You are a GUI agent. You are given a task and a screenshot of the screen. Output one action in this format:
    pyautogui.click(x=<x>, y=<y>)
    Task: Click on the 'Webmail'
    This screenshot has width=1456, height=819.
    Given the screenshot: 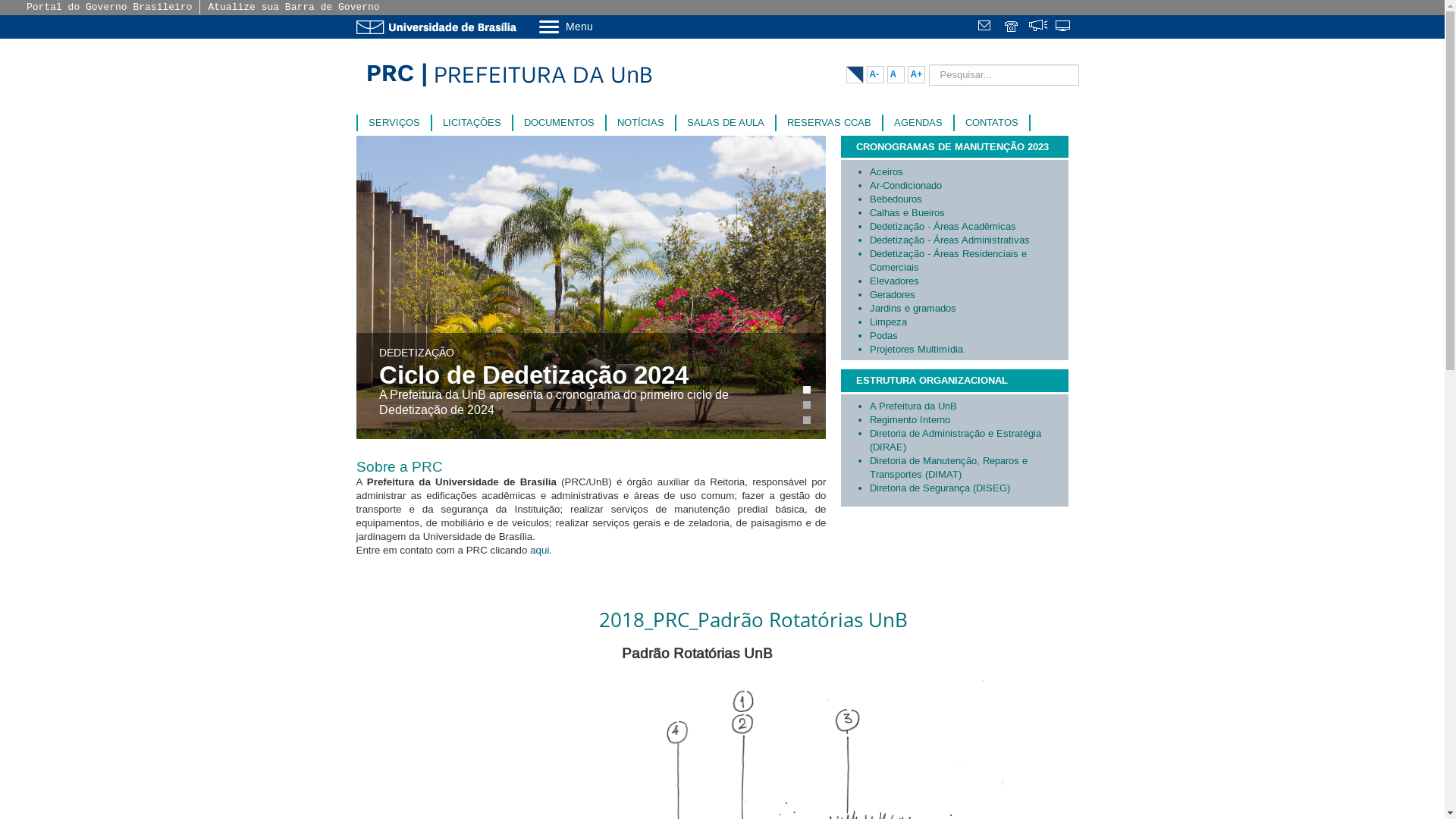 What is the action you would take?
    pyautogui.click(x=986, y=27)
    